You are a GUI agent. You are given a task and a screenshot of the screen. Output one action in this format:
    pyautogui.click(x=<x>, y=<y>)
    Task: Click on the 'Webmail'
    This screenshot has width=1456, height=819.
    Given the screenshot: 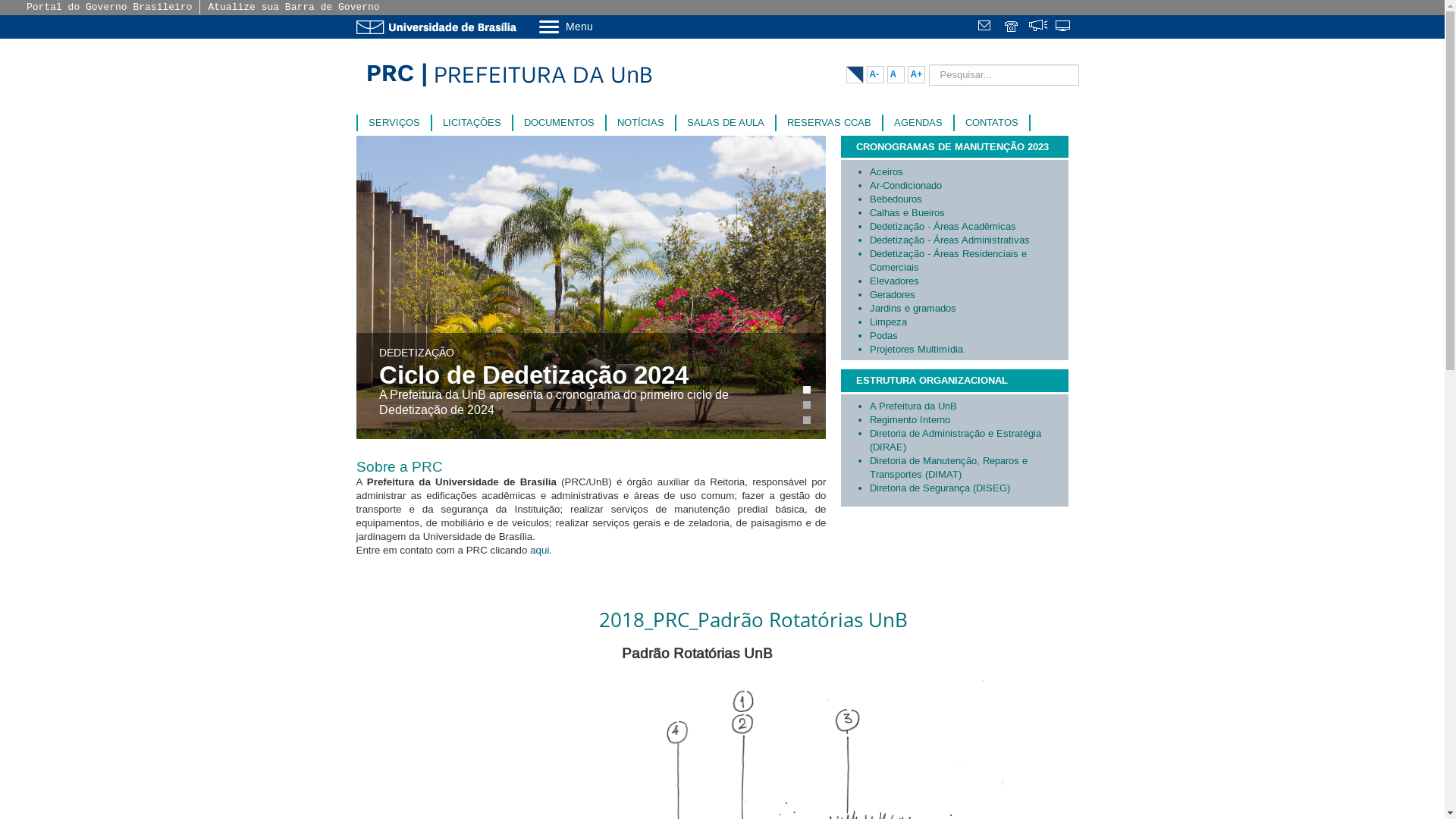 What is the action you would take?
    pyautogui.click(x=986, y=27)
    